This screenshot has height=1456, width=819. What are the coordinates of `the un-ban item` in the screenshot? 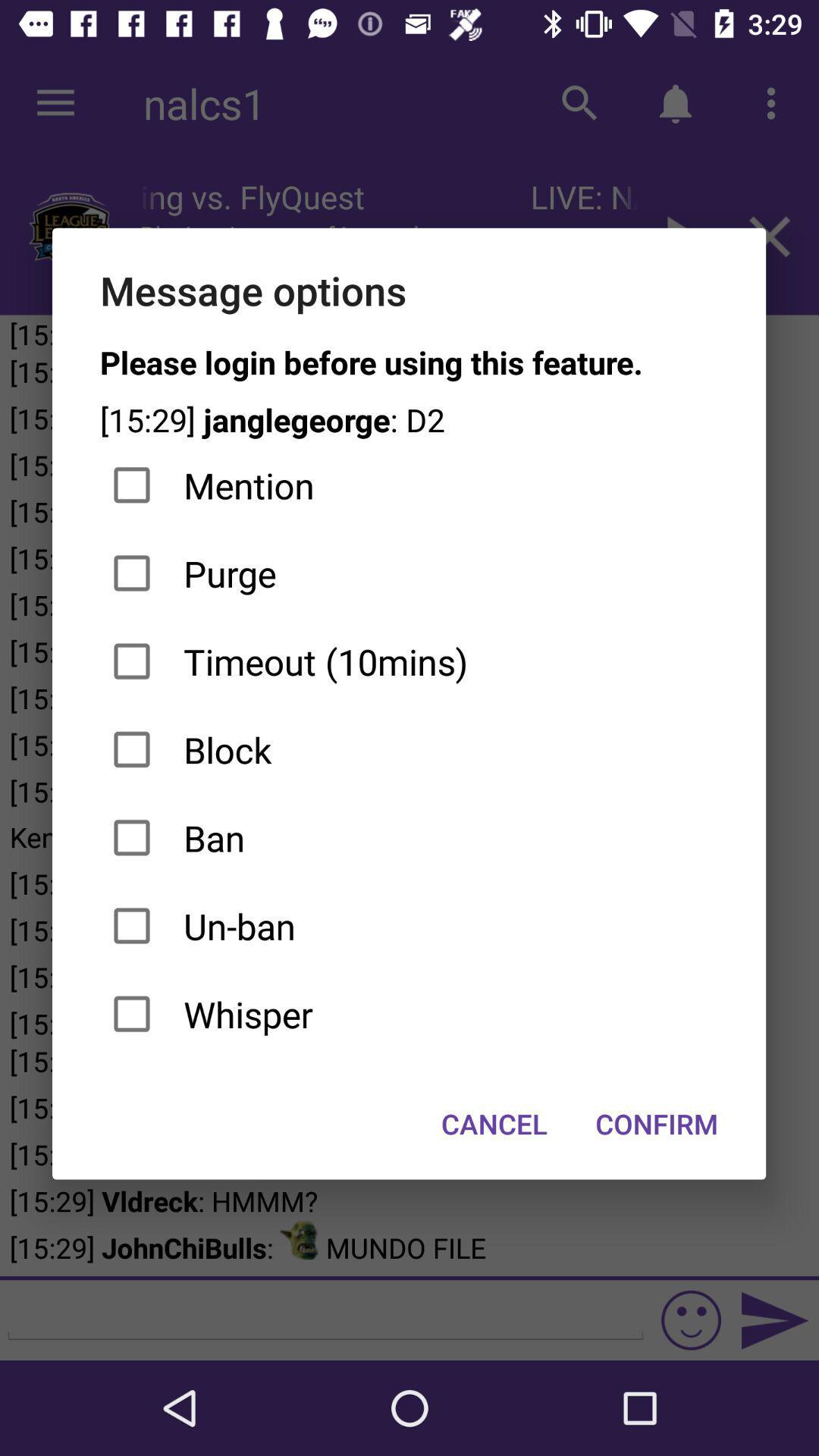 It's located at (408, 925).